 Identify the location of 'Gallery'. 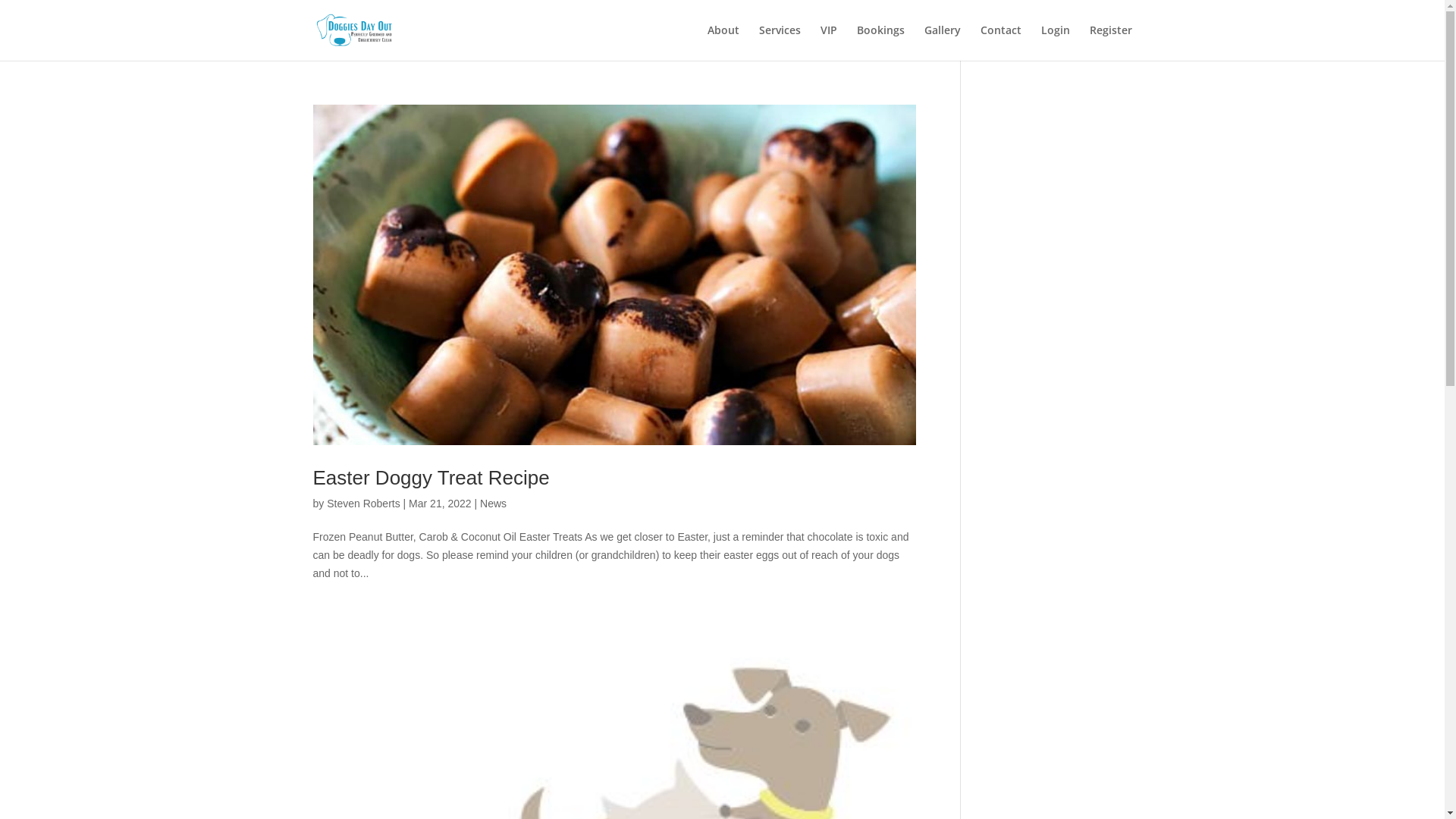
(923, 42).